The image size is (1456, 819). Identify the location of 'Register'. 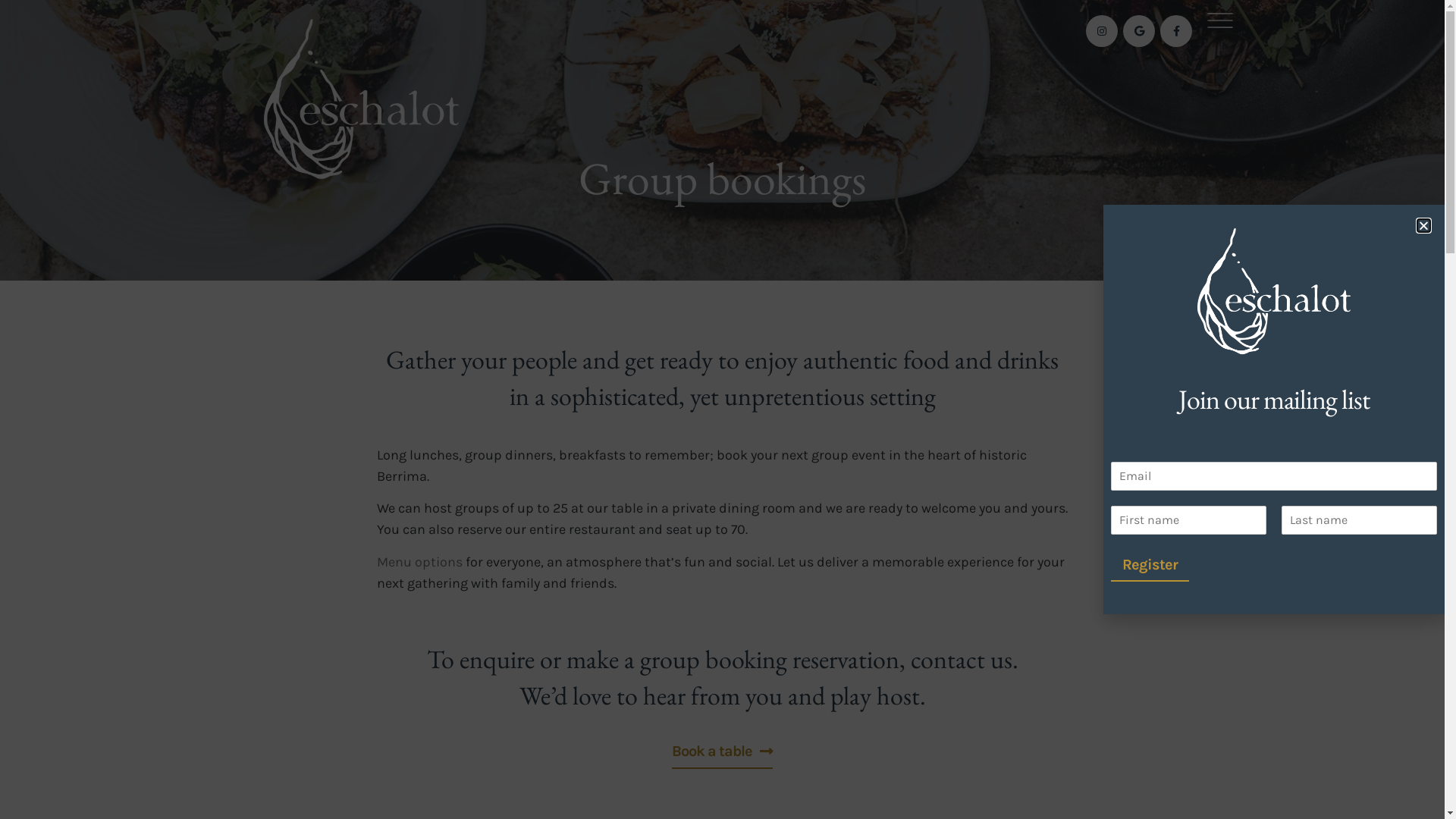
(1110, 565).